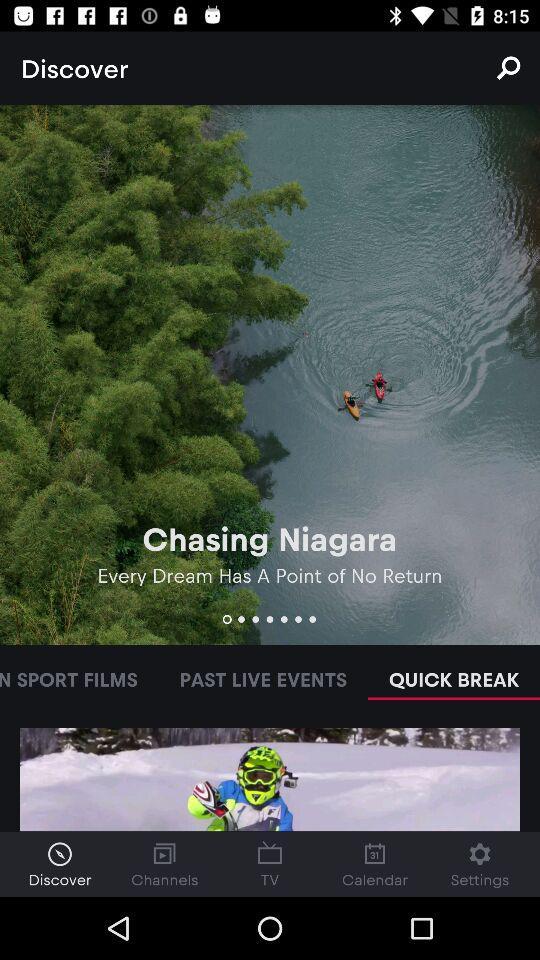  What do you see at coordinates (508, 68) in the screenshot?
I see `item next to the discover` at bounding box center [508, 68].